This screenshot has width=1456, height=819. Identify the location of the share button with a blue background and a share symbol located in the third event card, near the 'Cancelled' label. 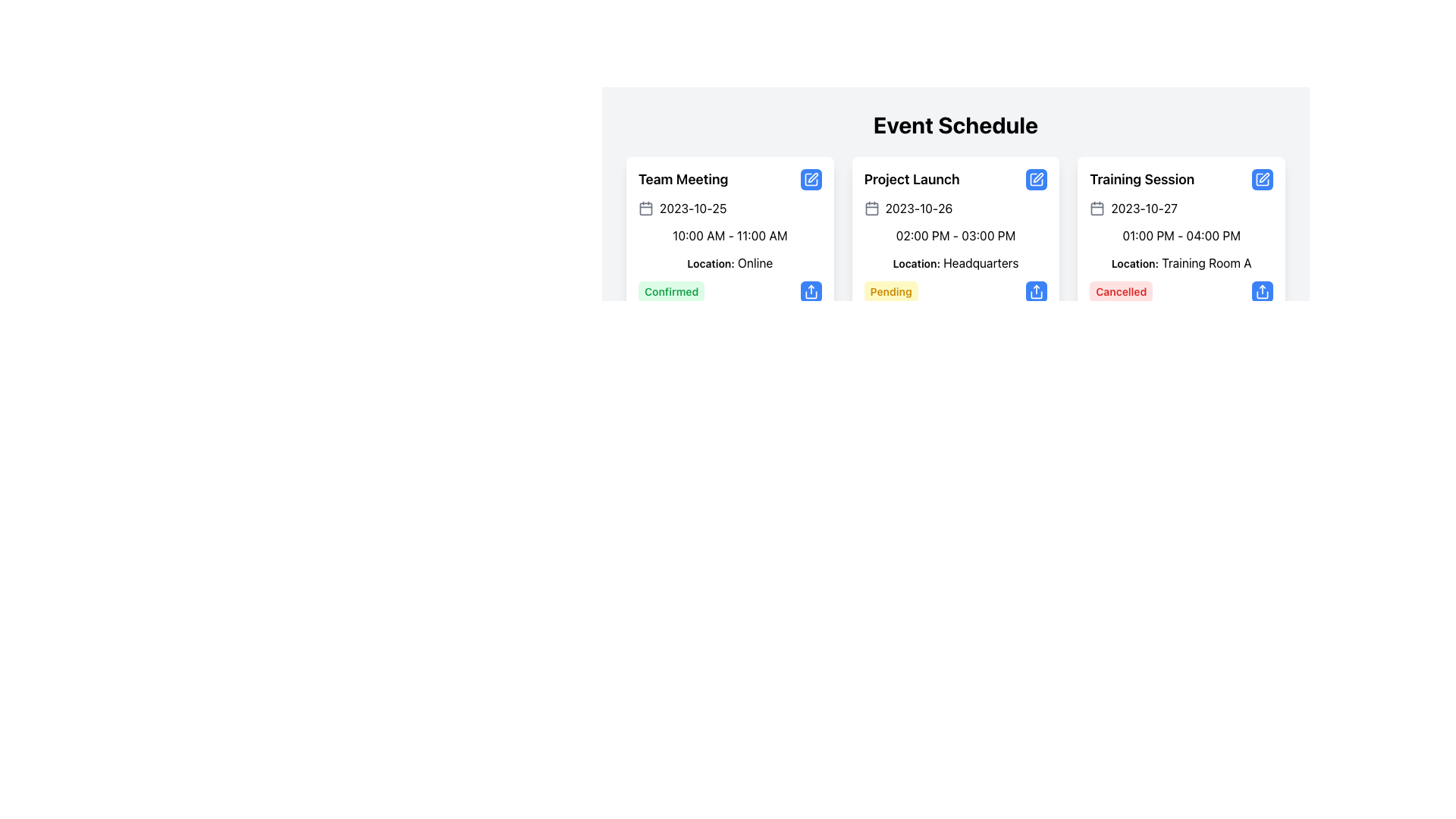
(1036, 292).